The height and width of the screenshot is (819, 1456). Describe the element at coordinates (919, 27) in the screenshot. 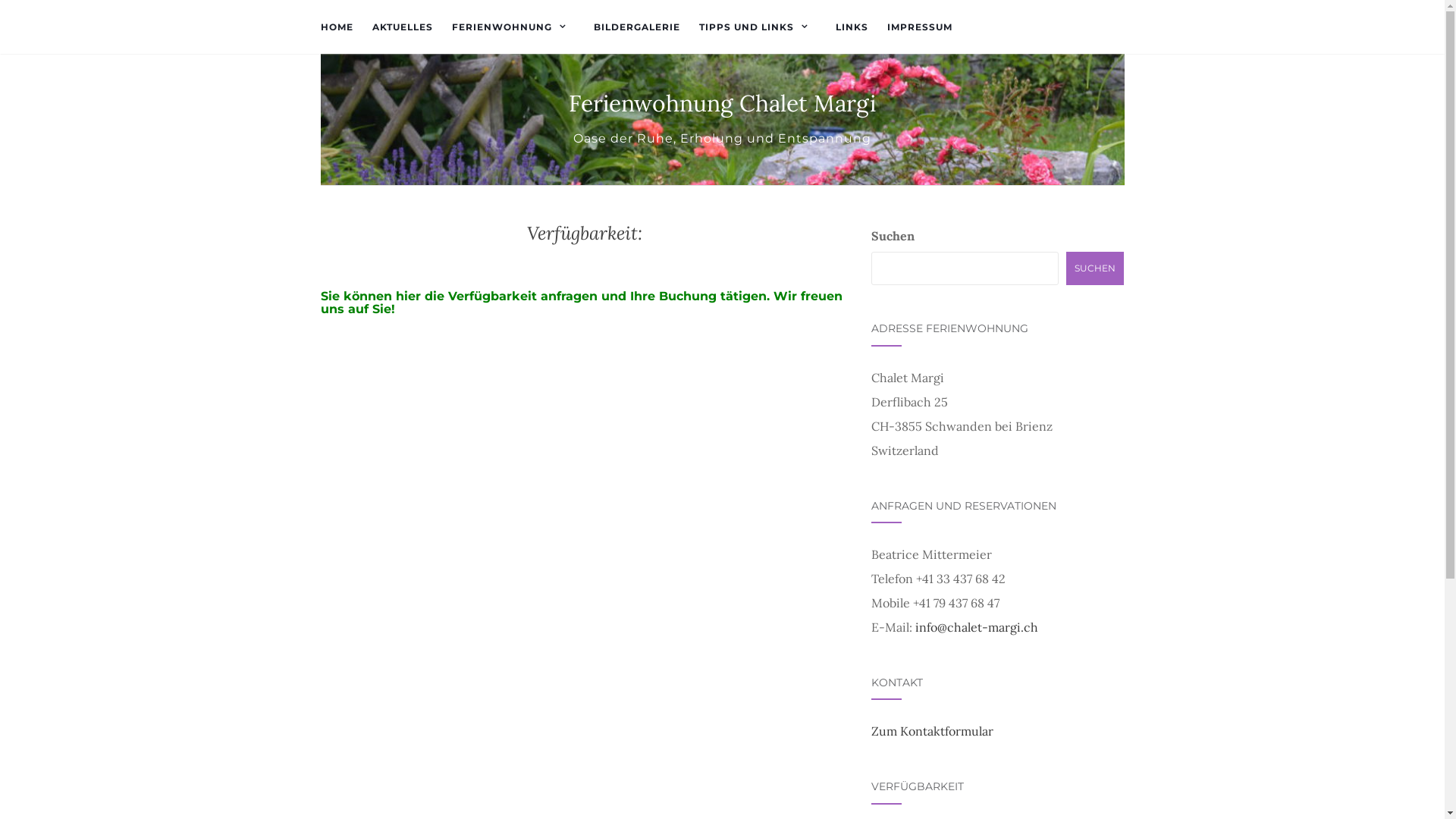

I see `'IMPRESSUM'` at that location.